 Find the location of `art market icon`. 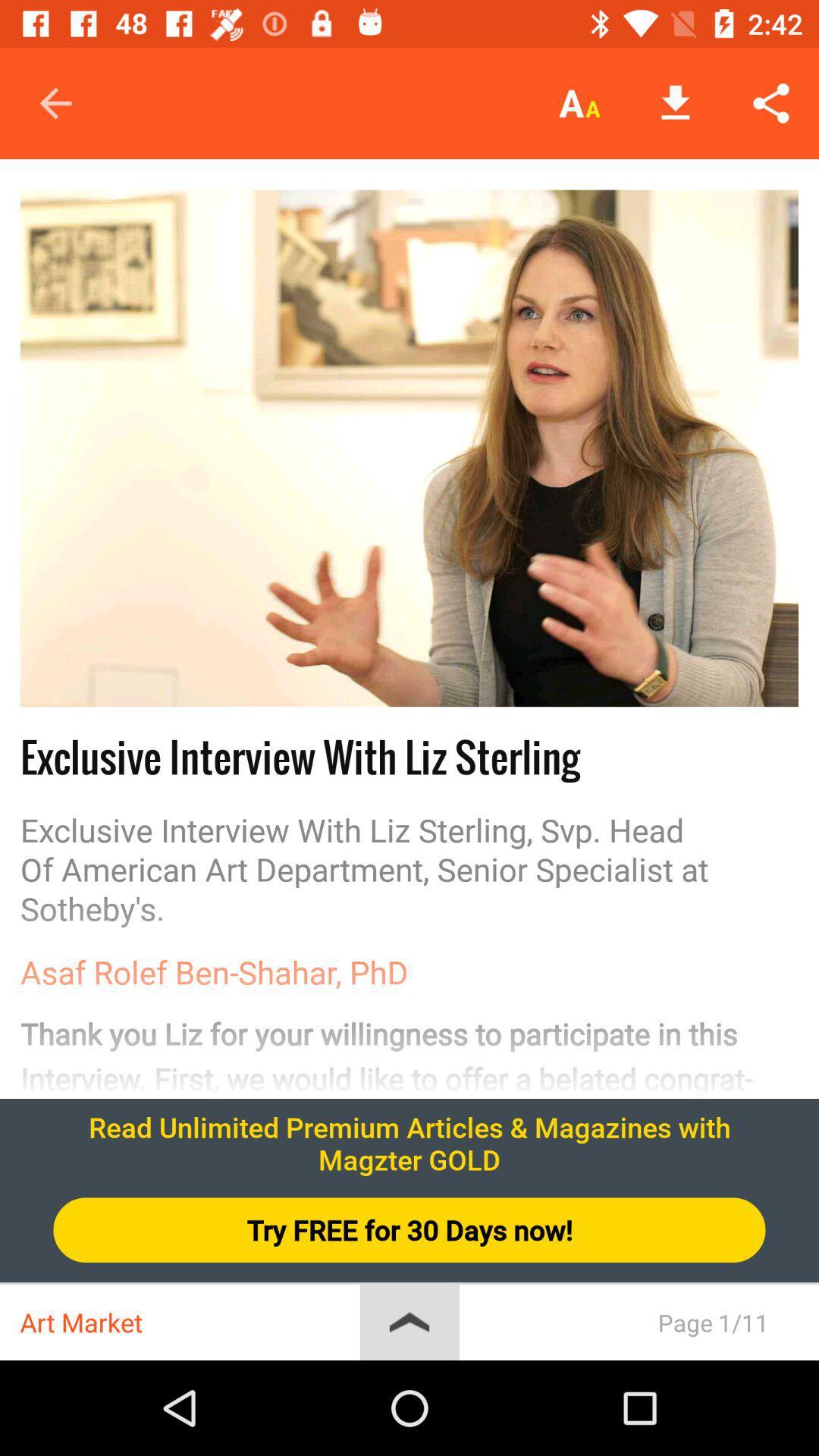

art market icon is located at coordinates (189, 1322).